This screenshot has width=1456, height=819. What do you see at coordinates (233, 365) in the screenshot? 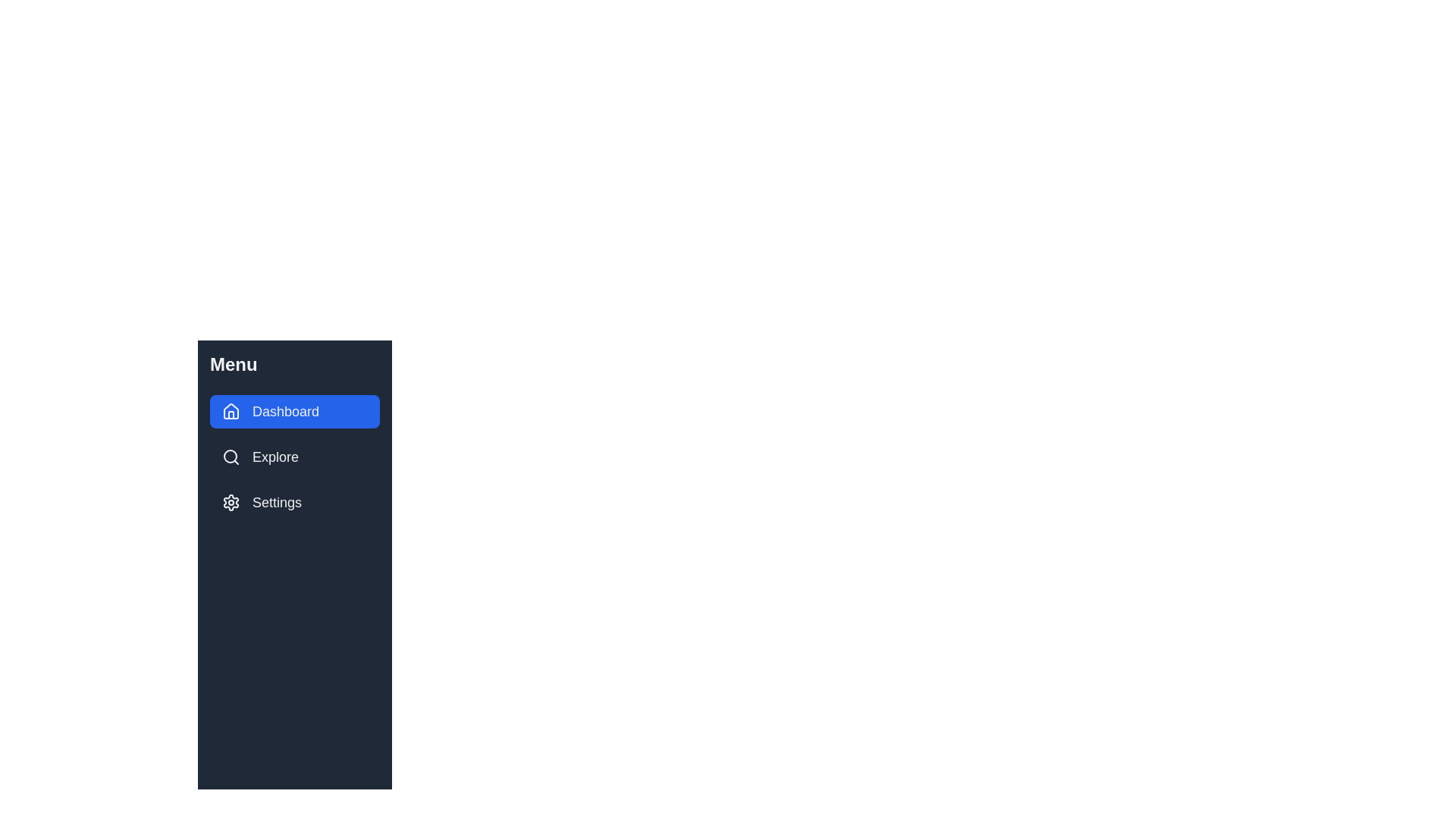
I see `the title text label of the sidebar navigation panel, which is located at the topmost position above the interactive items such as 'Dashboard', 'Explore', and 'Settings'` at bounding box center [233, 365].